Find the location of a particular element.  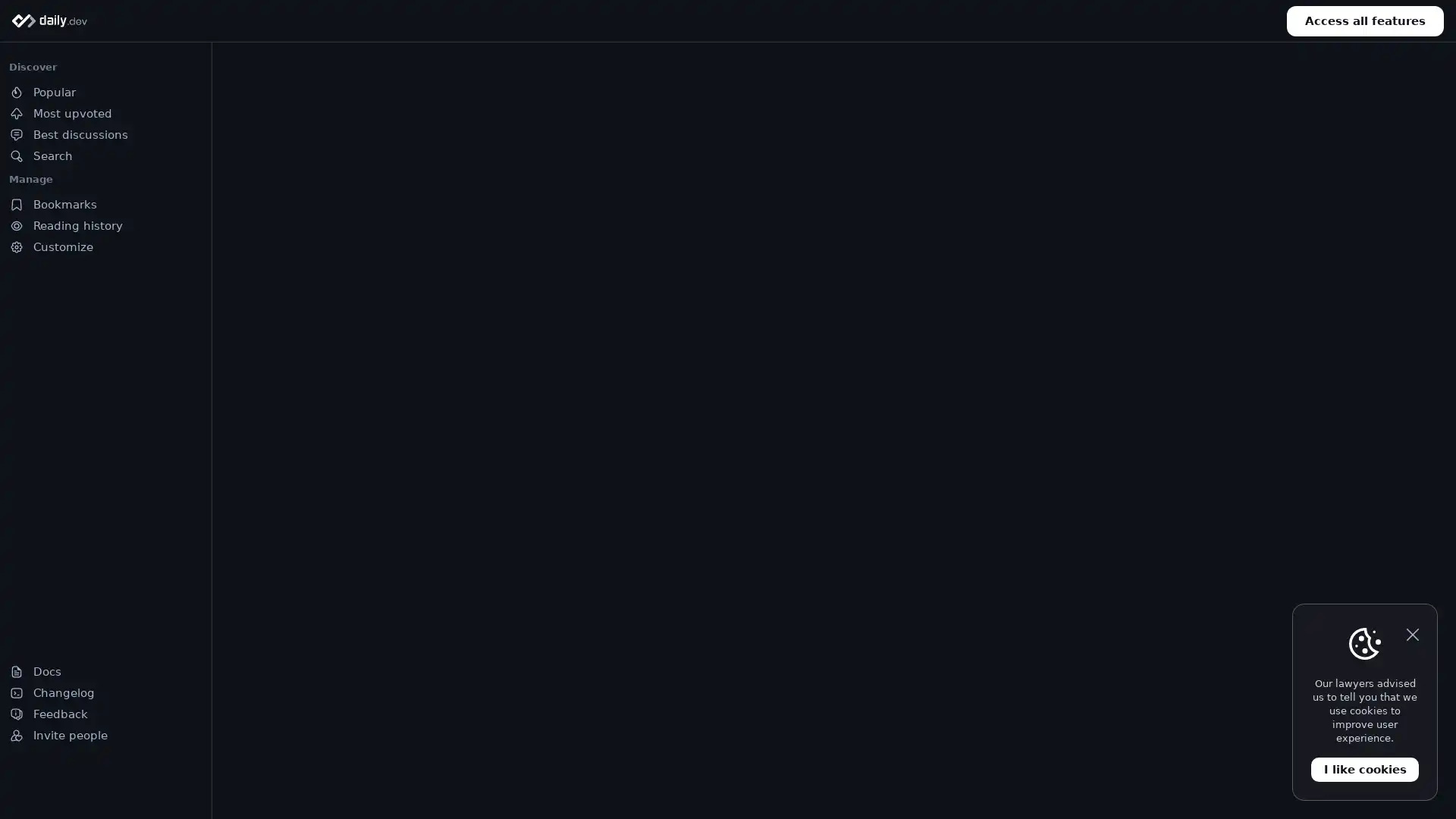

Upvote is located at coordinates (1147, 424).